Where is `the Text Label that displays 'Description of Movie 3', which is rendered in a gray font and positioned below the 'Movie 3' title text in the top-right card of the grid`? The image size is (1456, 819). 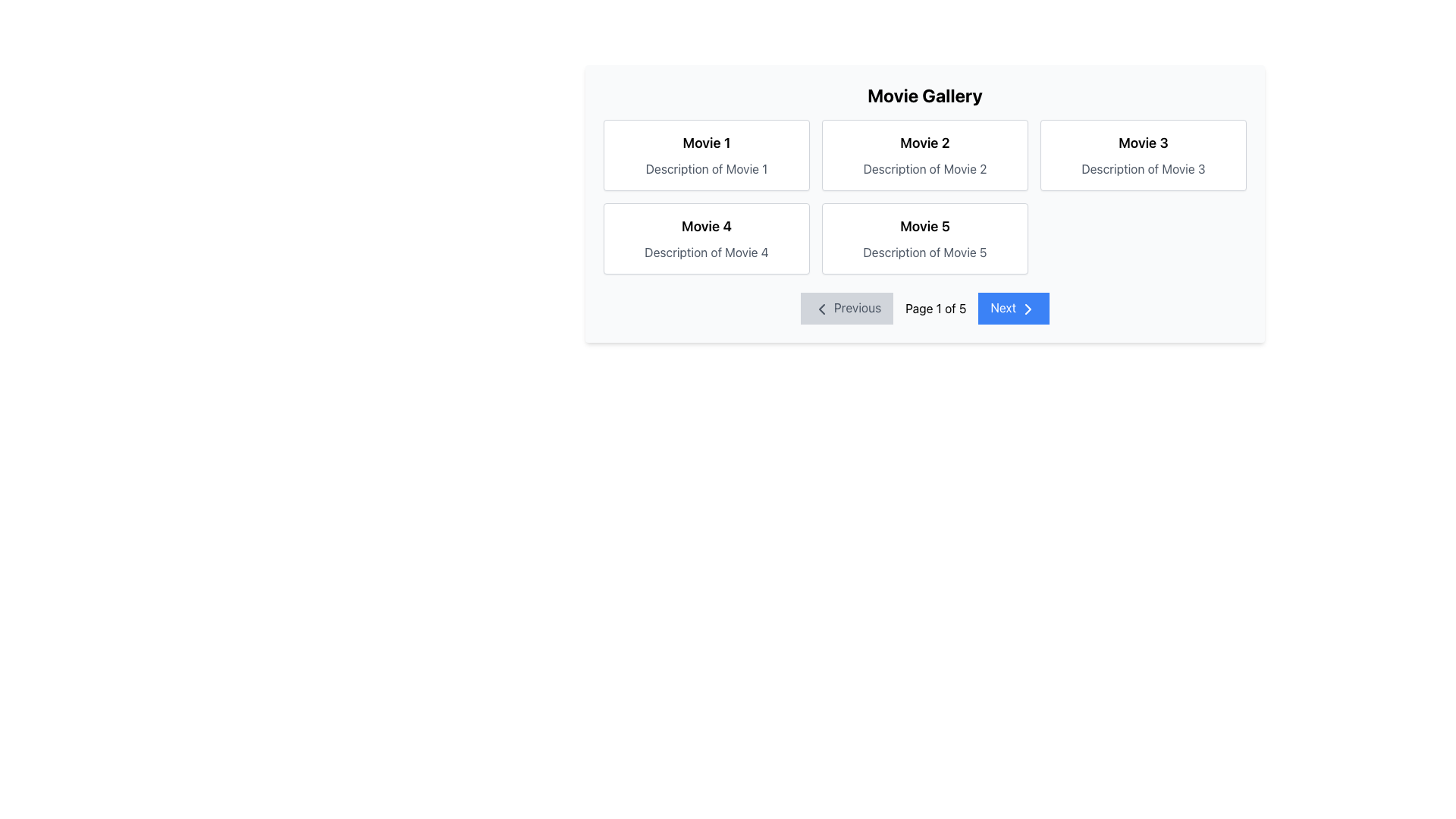
the Text Label that displays 'Description of Movie 3', which is rendered in a gray font and positioned below the 'Movie 3' title text in the top-right card of the grid is located at coordinates (1143, 169).